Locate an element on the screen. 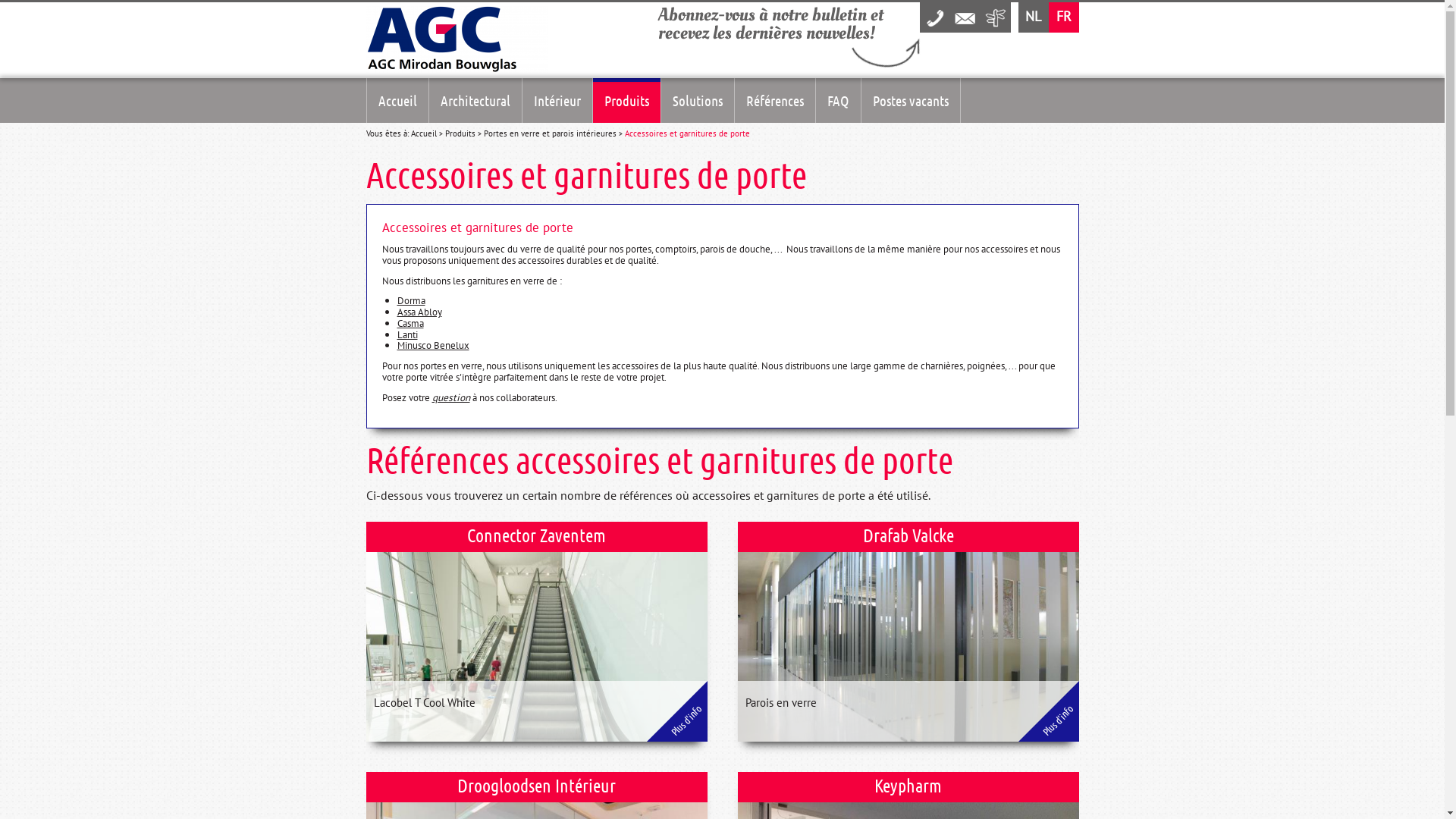 The height and width of the screenshot is (819, 1456). 'Assa Abloy' is located at coordinates (397, 311).